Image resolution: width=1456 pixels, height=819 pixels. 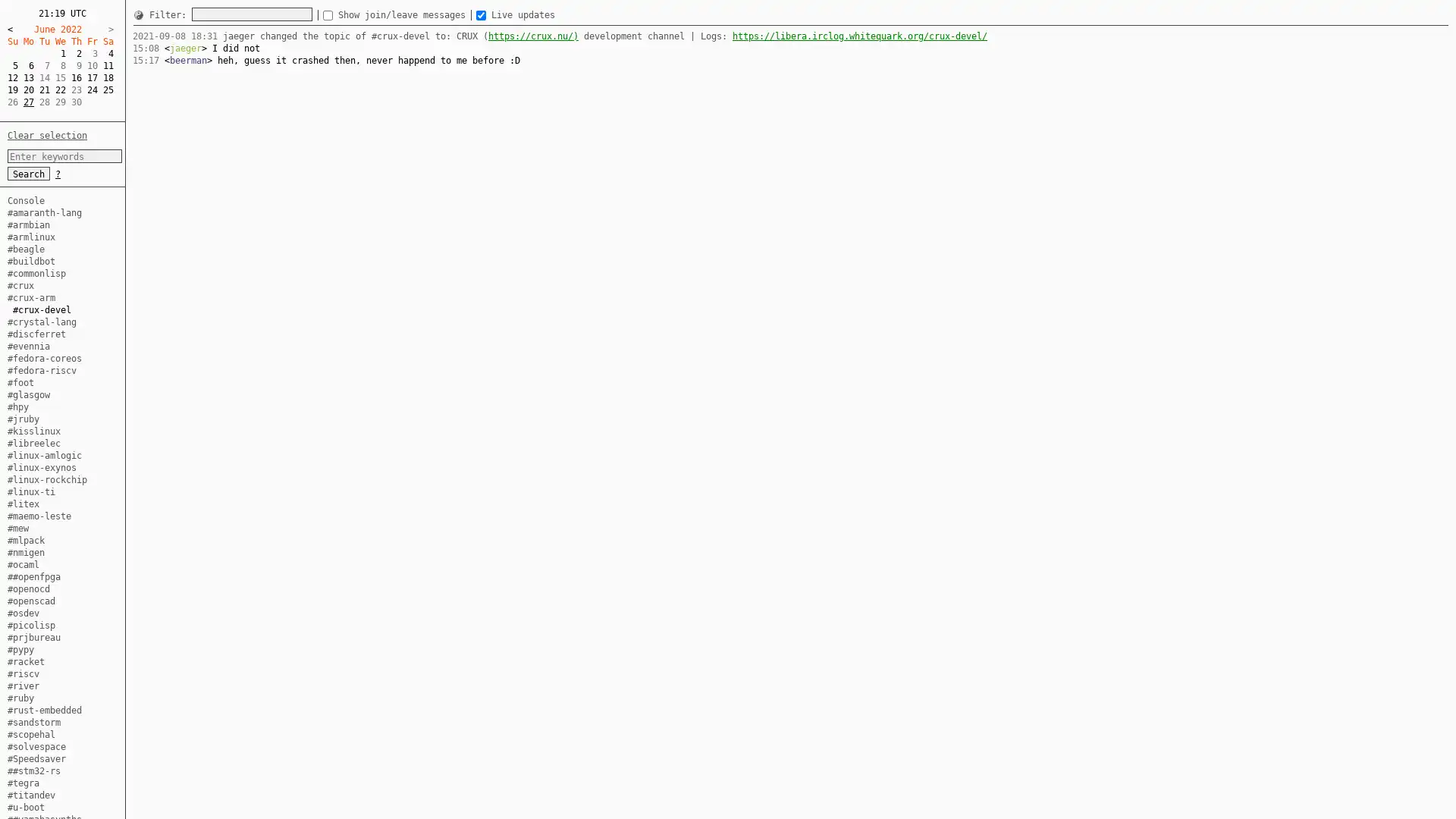 What do you see at coordinates (29, 172) in the screenshot?
I see `Search` at bounding box center [29, 172].